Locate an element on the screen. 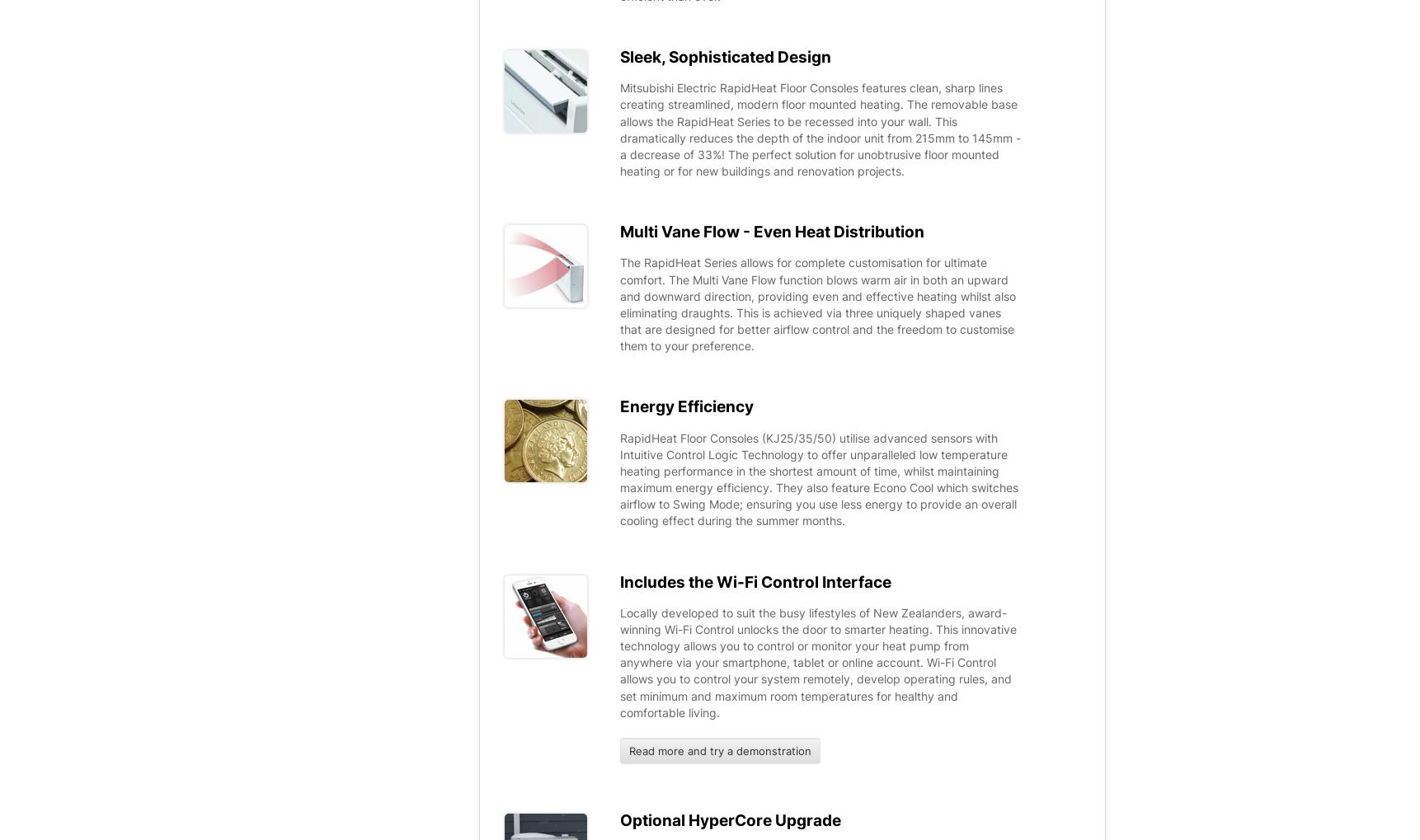 Image resolution: width=1420 pixels, height=840 pixels. 'Optional HyperCore Upgrade' is located at coordinates (619, 819).